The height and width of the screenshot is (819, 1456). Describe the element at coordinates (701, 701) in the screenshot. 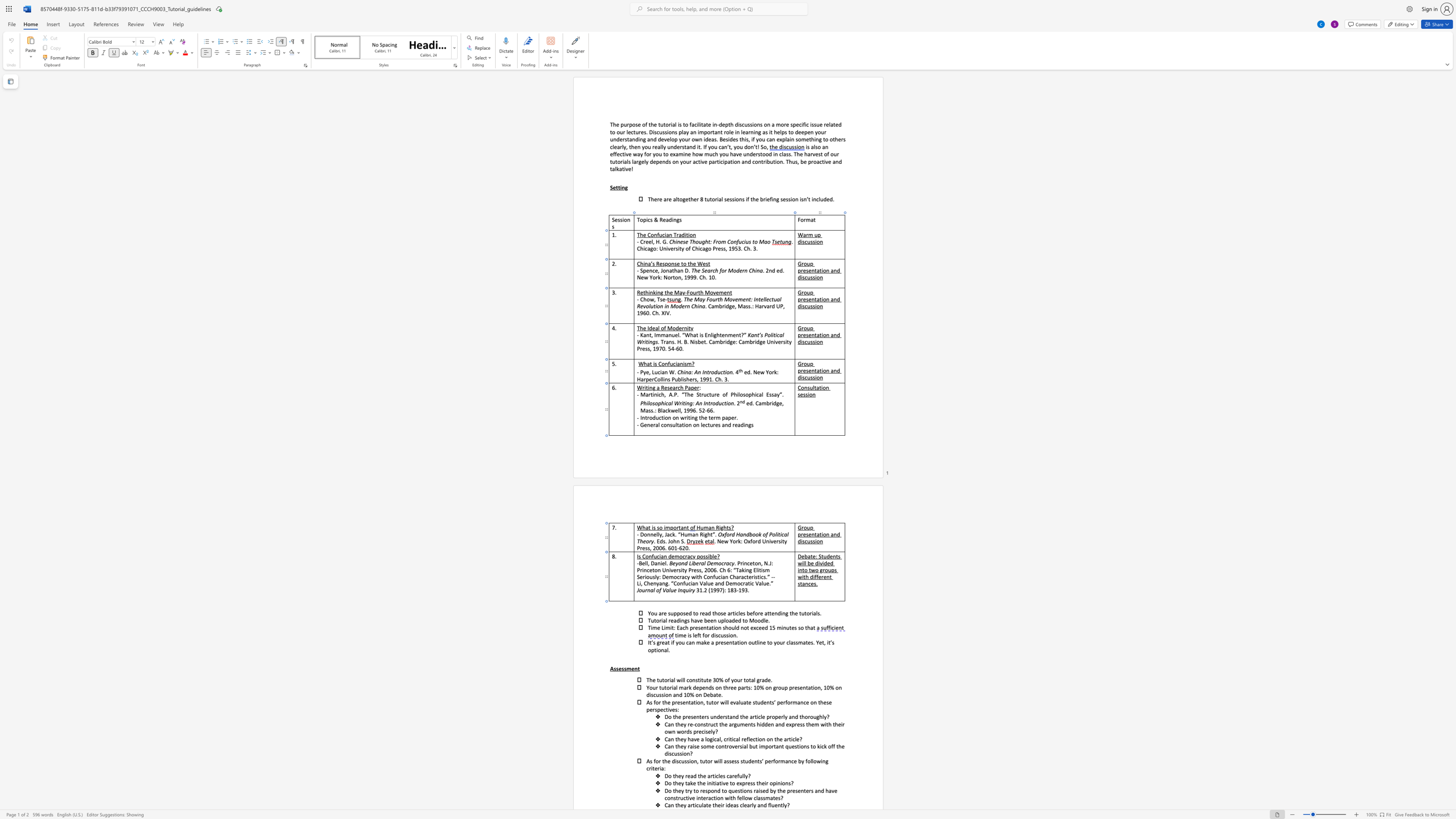

I see `the 2th character "n" in the text` at that location.